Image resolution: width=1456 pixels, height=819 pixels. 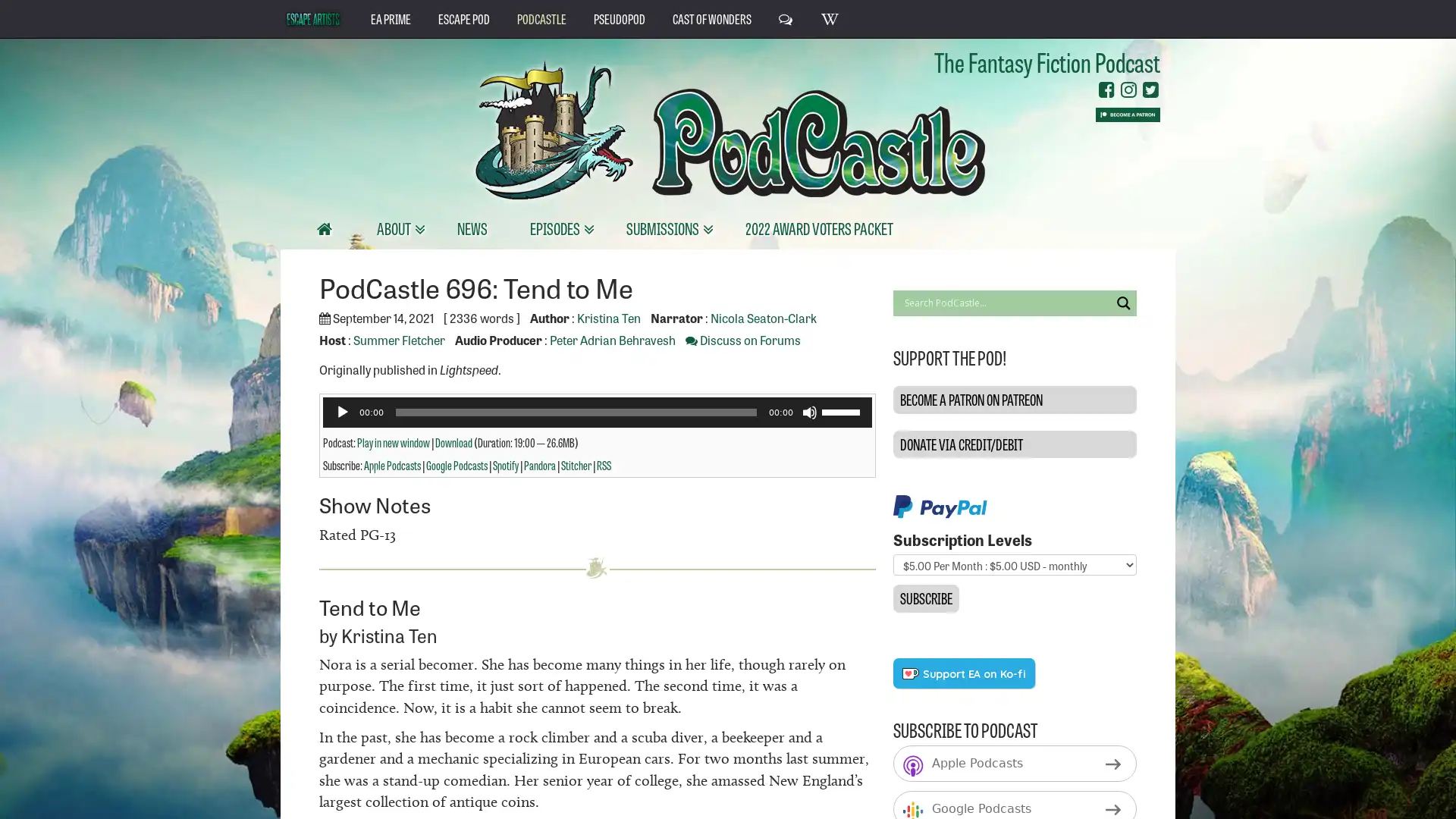 What do you see at coordinates (341, 412) in the screenshot?
I see `Play` at bounding box center [341, 412].